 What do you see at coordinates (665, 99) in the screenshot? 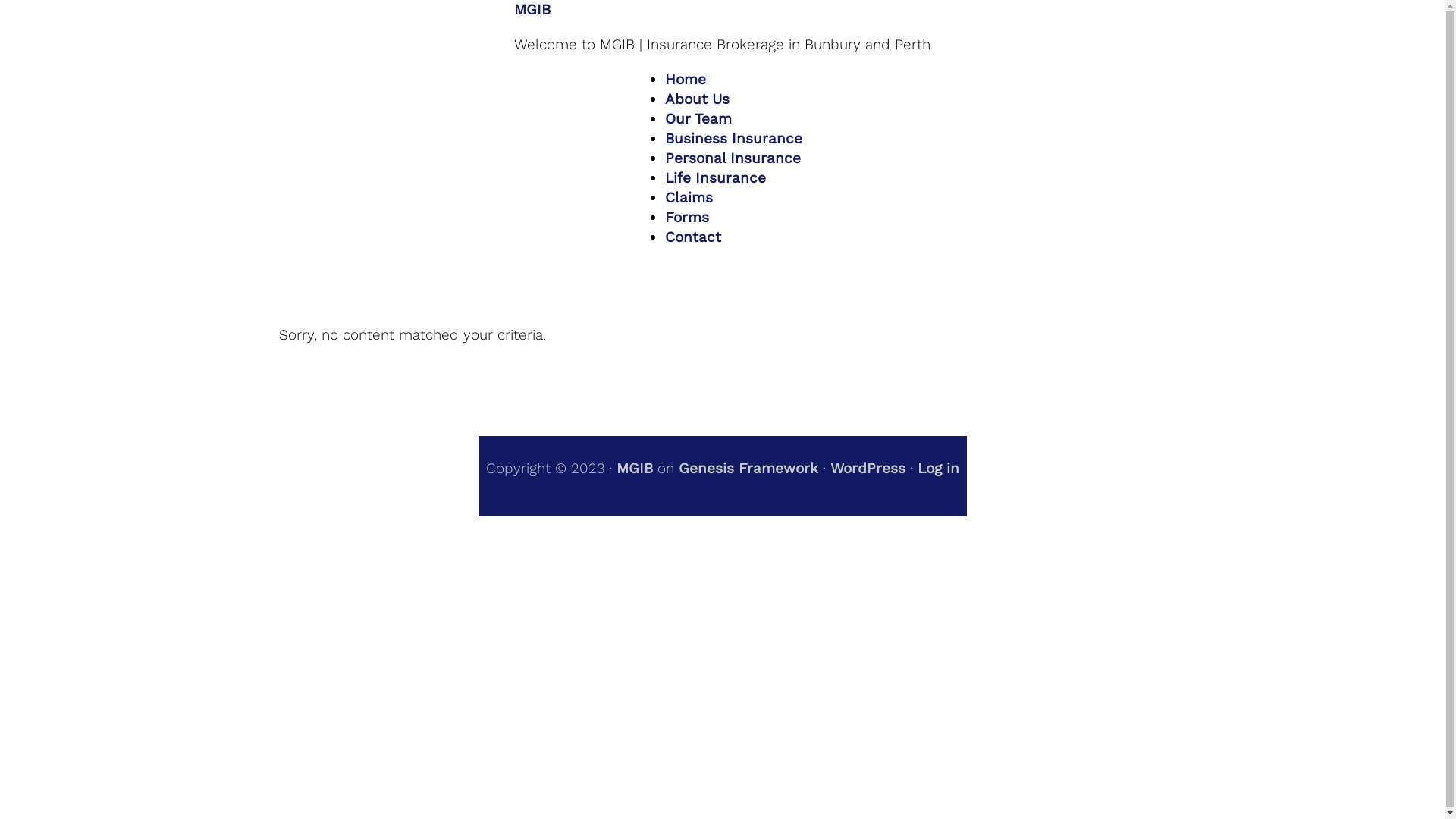
I see `'About Us'` at bounding box center [665, 99].